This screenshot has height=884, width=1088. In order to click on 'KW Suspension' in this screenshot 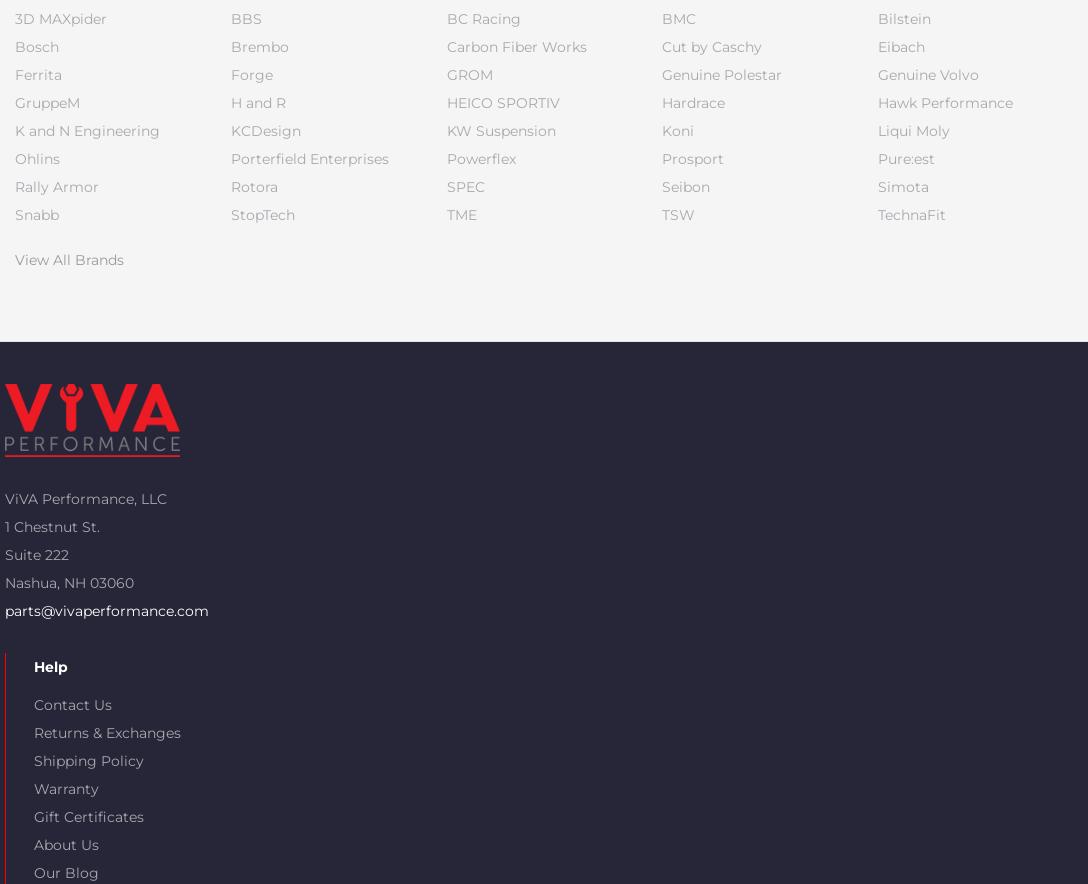, I will do `click(499, 130)`.